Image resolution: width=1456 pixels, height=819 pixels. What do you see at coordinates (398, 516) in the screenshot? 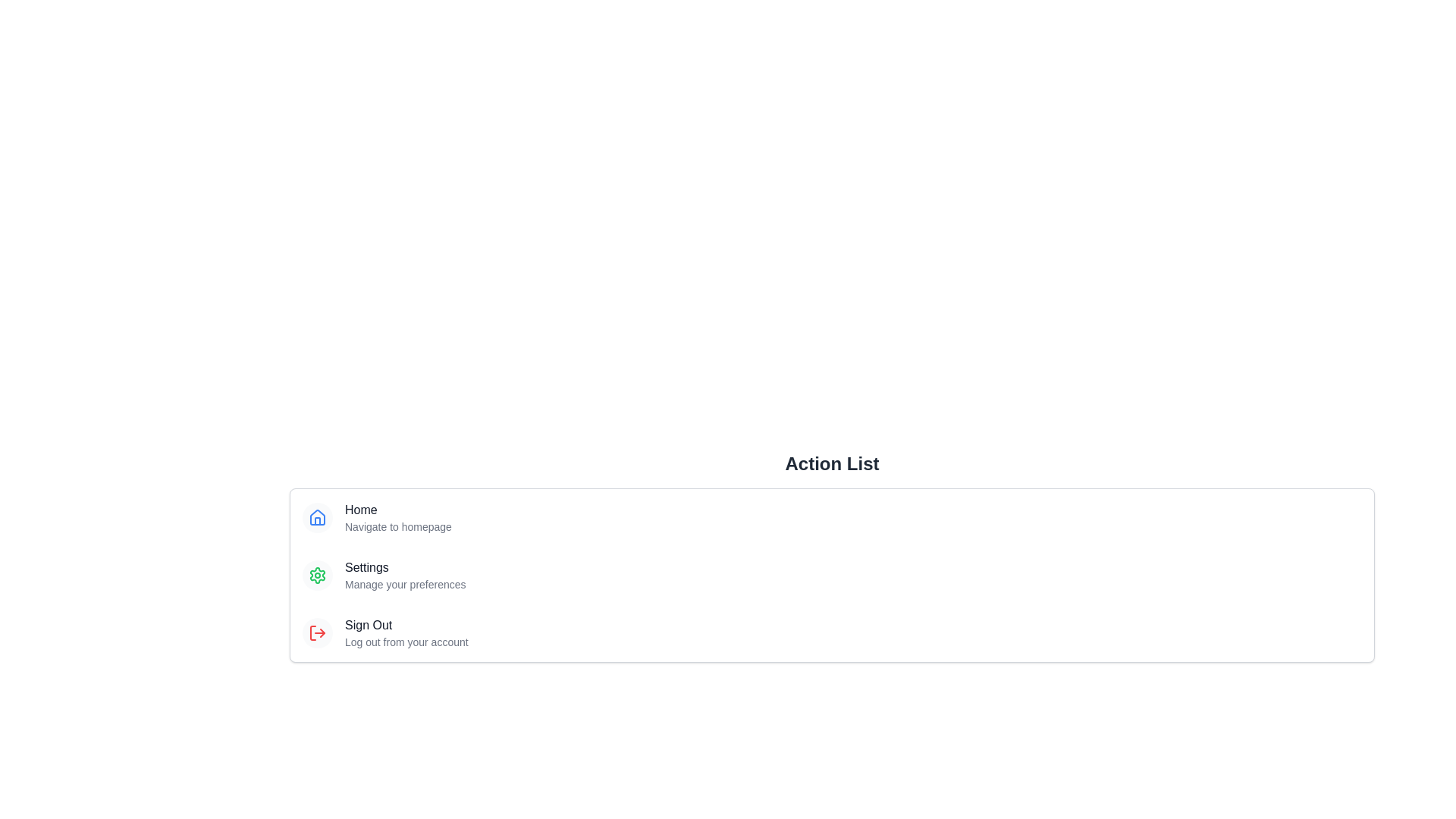
I see `the Text block containing a title and a subtitle that provides information about navigating to the homepage, located under the 'Action List' section and aligned with the blue house icon` at bounding box center [398, 516].